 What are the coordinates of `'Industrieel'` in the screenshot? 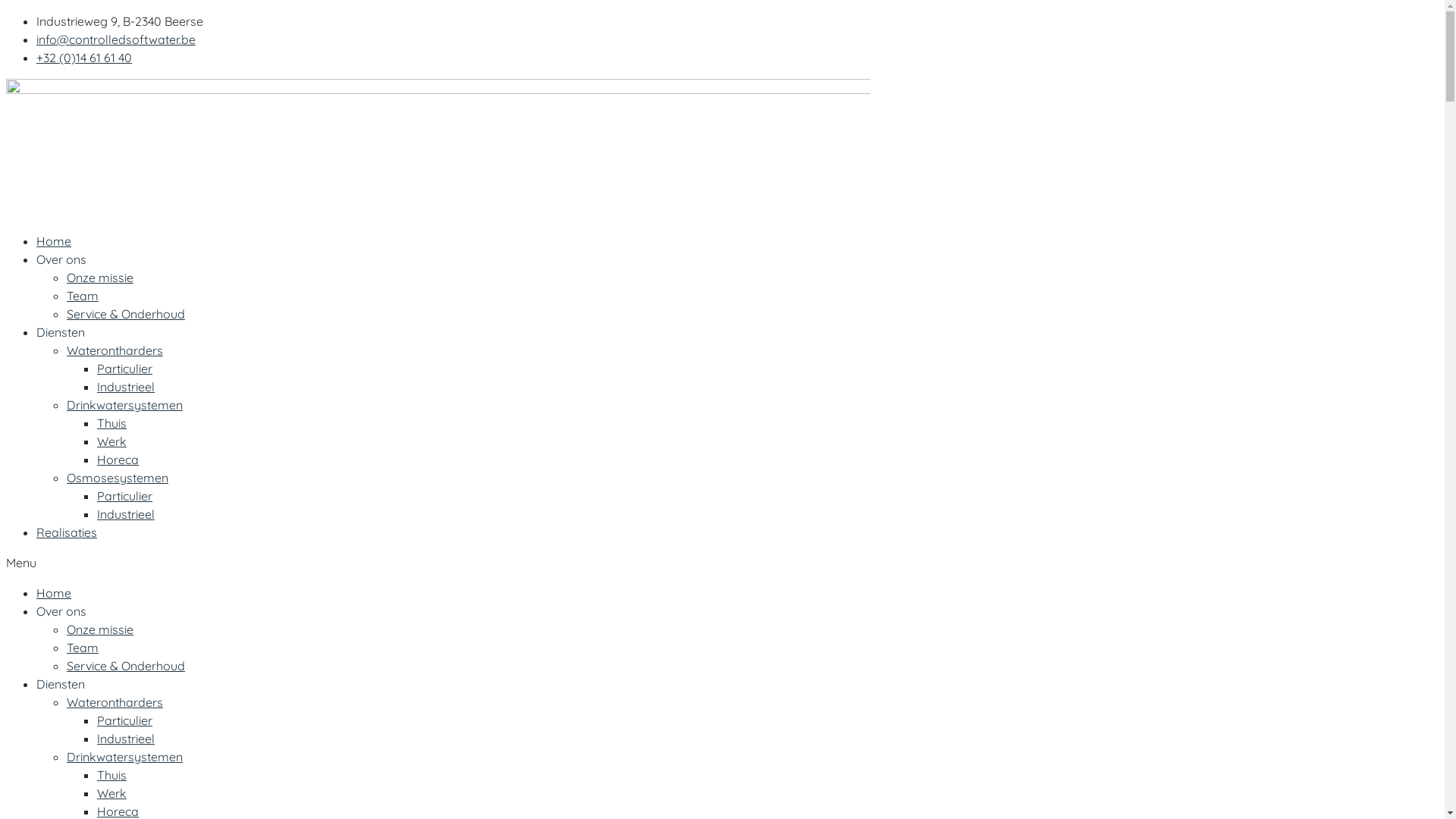 It's located at (126, 385).